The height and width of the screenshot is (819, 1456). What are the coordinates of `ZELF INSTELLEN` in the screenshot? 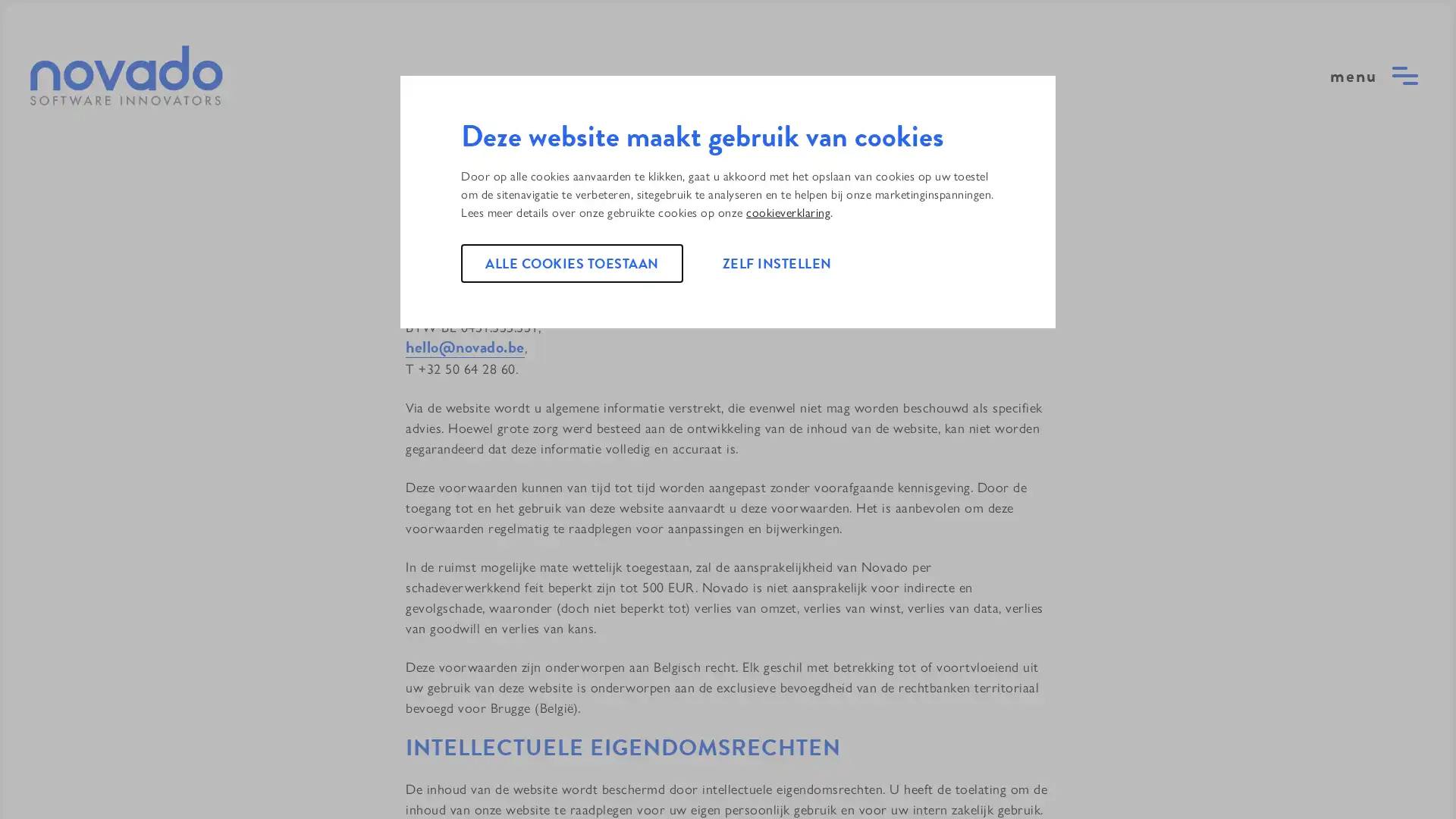 It's located at (776, 262).